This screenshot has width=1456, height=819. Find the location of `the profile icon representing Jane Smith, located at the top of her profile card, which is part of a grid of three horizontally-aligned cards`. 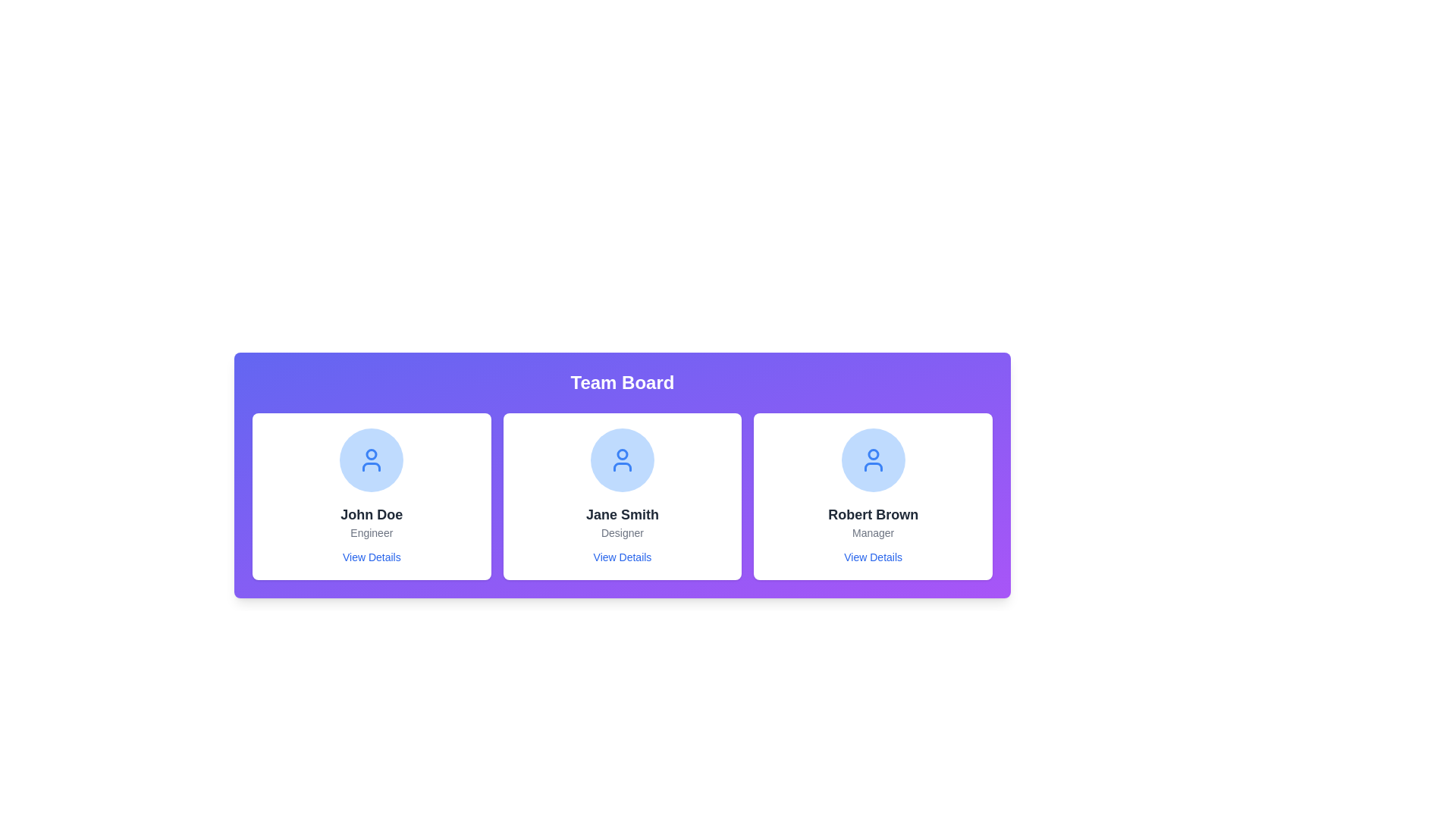

the profile icon representing Jane Smith, located at the top of her profile card, which is part of a grid of three horizontally-aligned cards is located at coordinates (622, 459).